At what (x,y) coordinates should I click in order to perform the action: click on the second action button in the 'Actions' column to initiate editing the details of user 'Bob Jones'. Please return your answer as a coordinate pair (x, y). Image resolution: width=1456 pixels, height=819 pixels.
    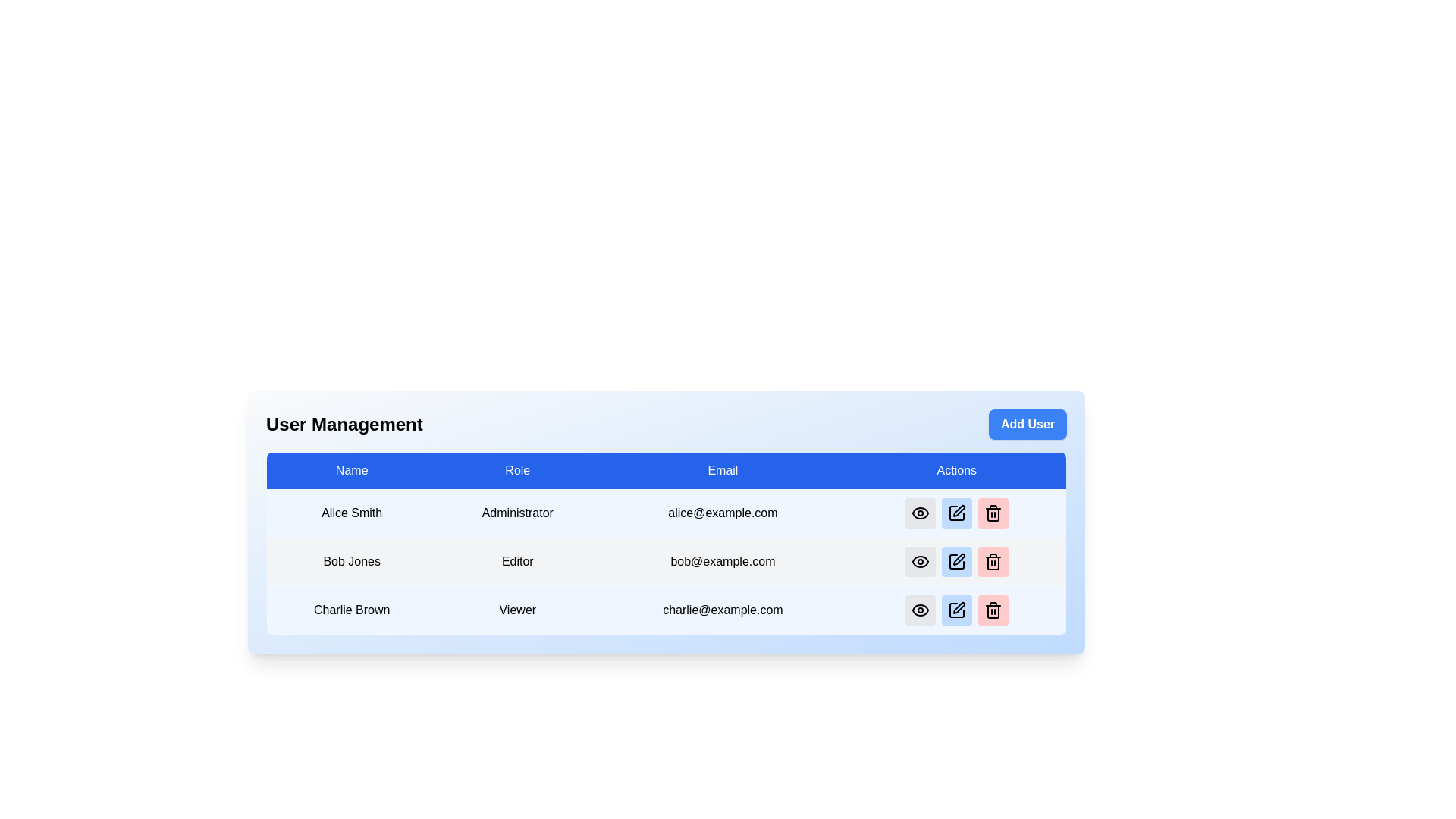
    Looking at the image, I should click on (955, 561).